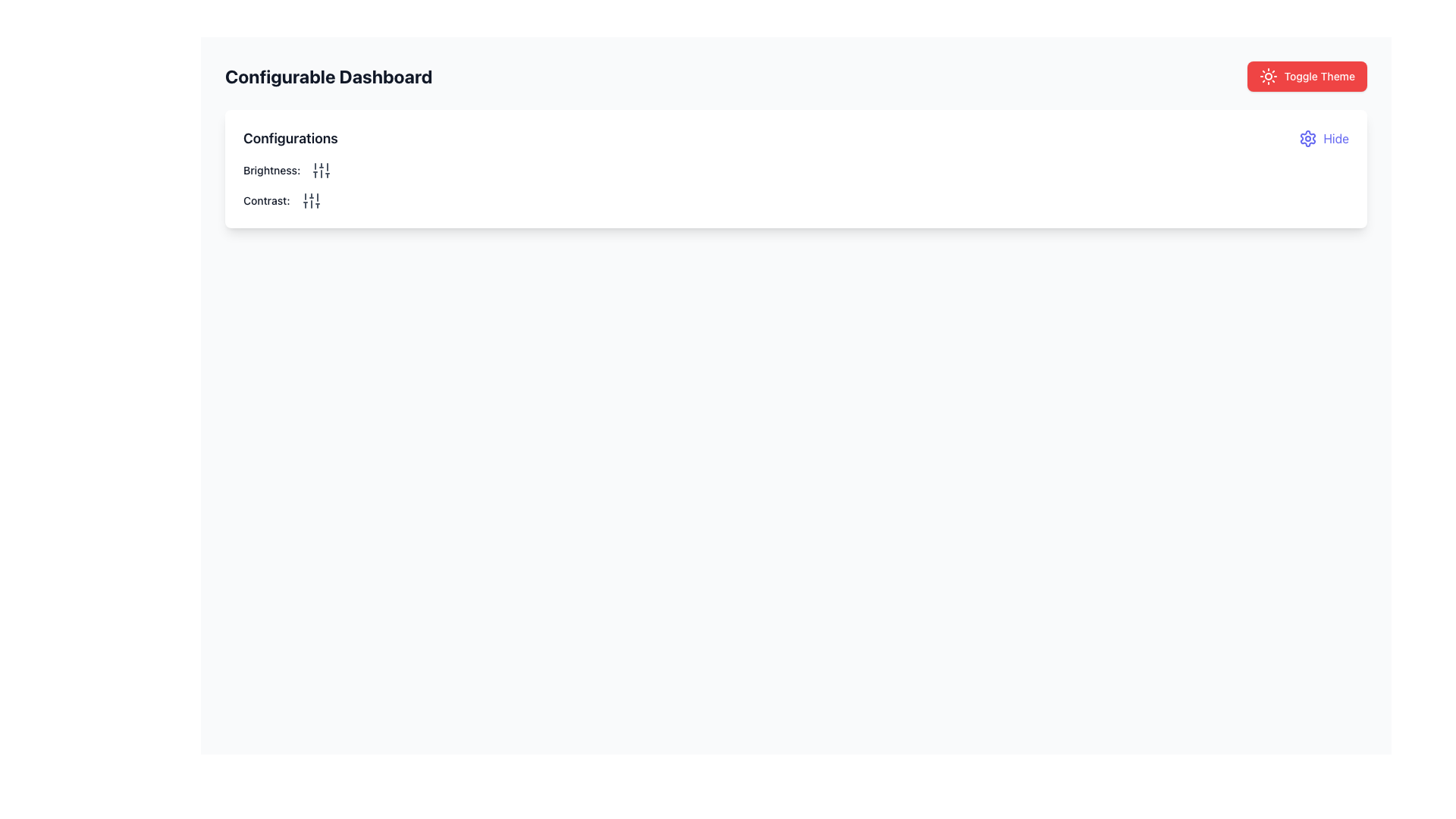 Image resolution: width=1456 pixels, height=819 pixels. Describe the element at coordinates (321, 170) in the screenshot. I see `the brightness adjustment icon located to the right of the 'Brightness:' text in the configuration panel` at that location.